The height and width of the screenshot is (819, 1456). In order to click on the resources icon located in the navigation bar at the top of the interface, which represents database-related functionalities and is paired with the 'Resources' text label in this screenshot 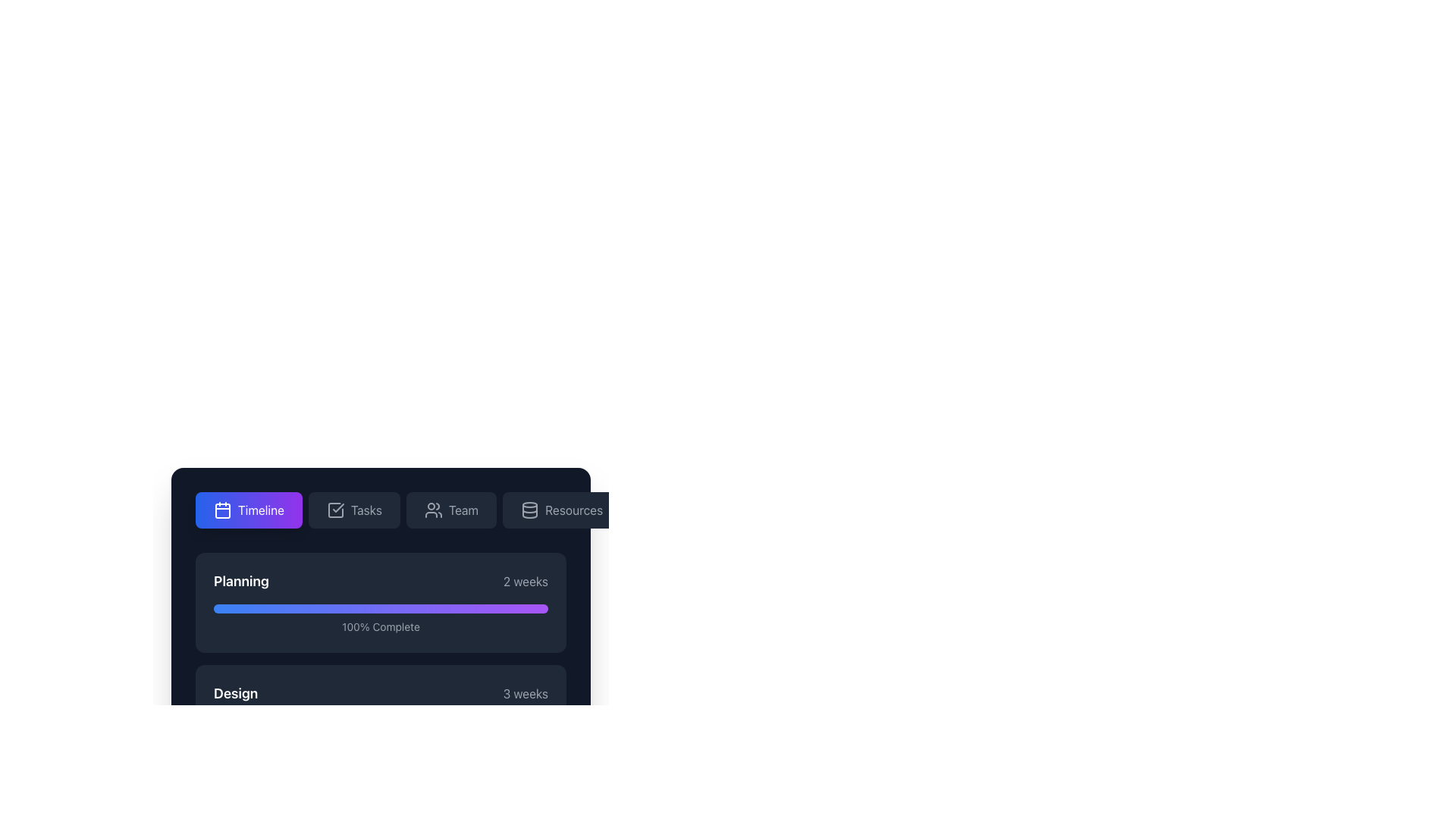, I will do `click(530, 510)`.